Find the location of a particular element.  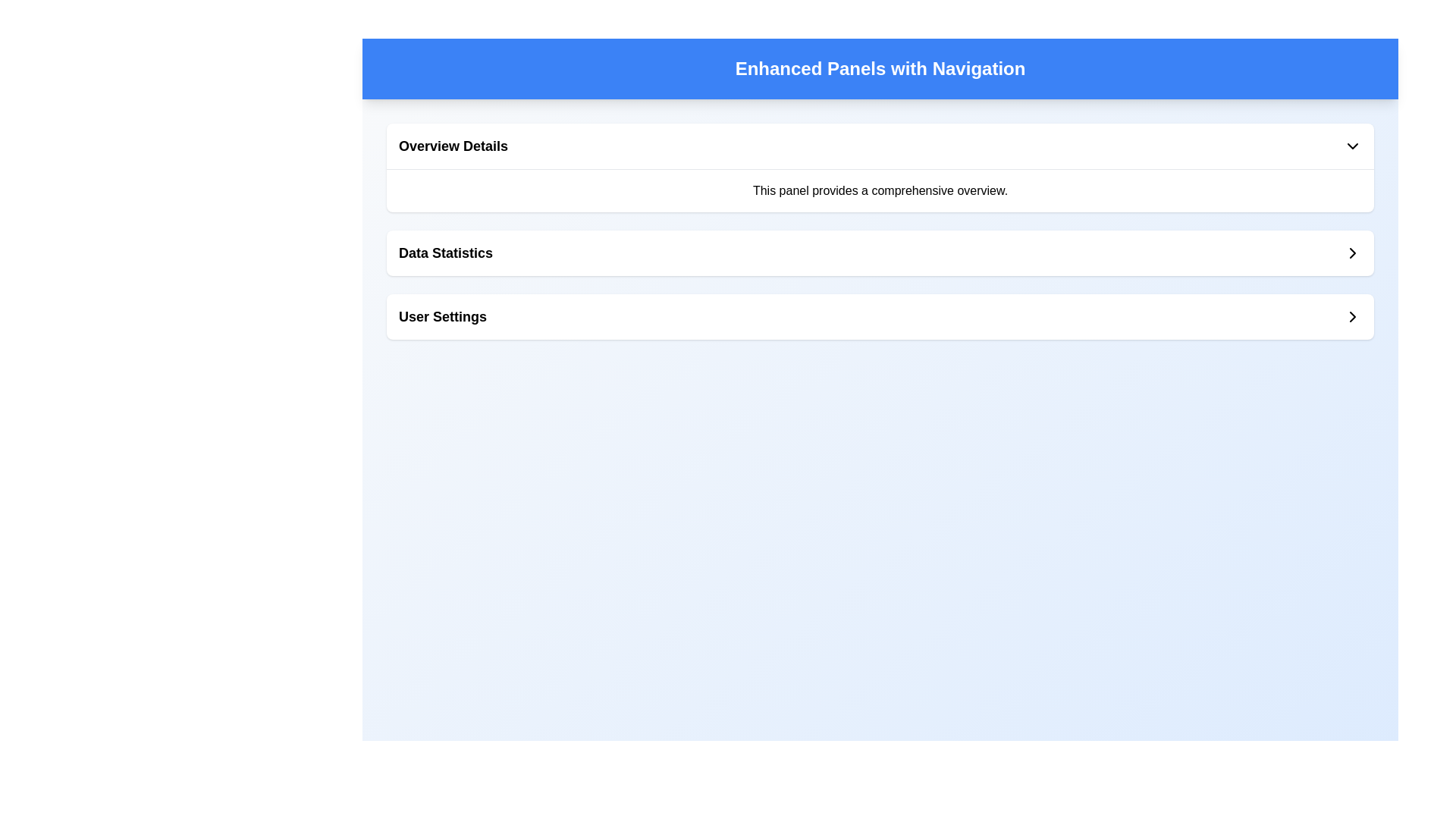

the downward-pointing chevron icon located at the far right of the 'Overview Details' section header is located at coordinates (1353, 146).